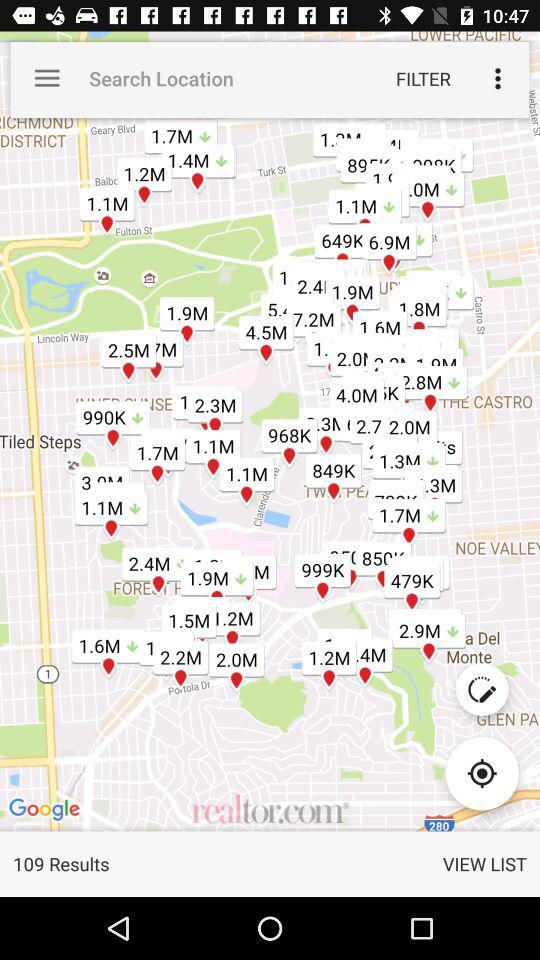  I want to click on the location_crosshair icon, so click(481, 772).